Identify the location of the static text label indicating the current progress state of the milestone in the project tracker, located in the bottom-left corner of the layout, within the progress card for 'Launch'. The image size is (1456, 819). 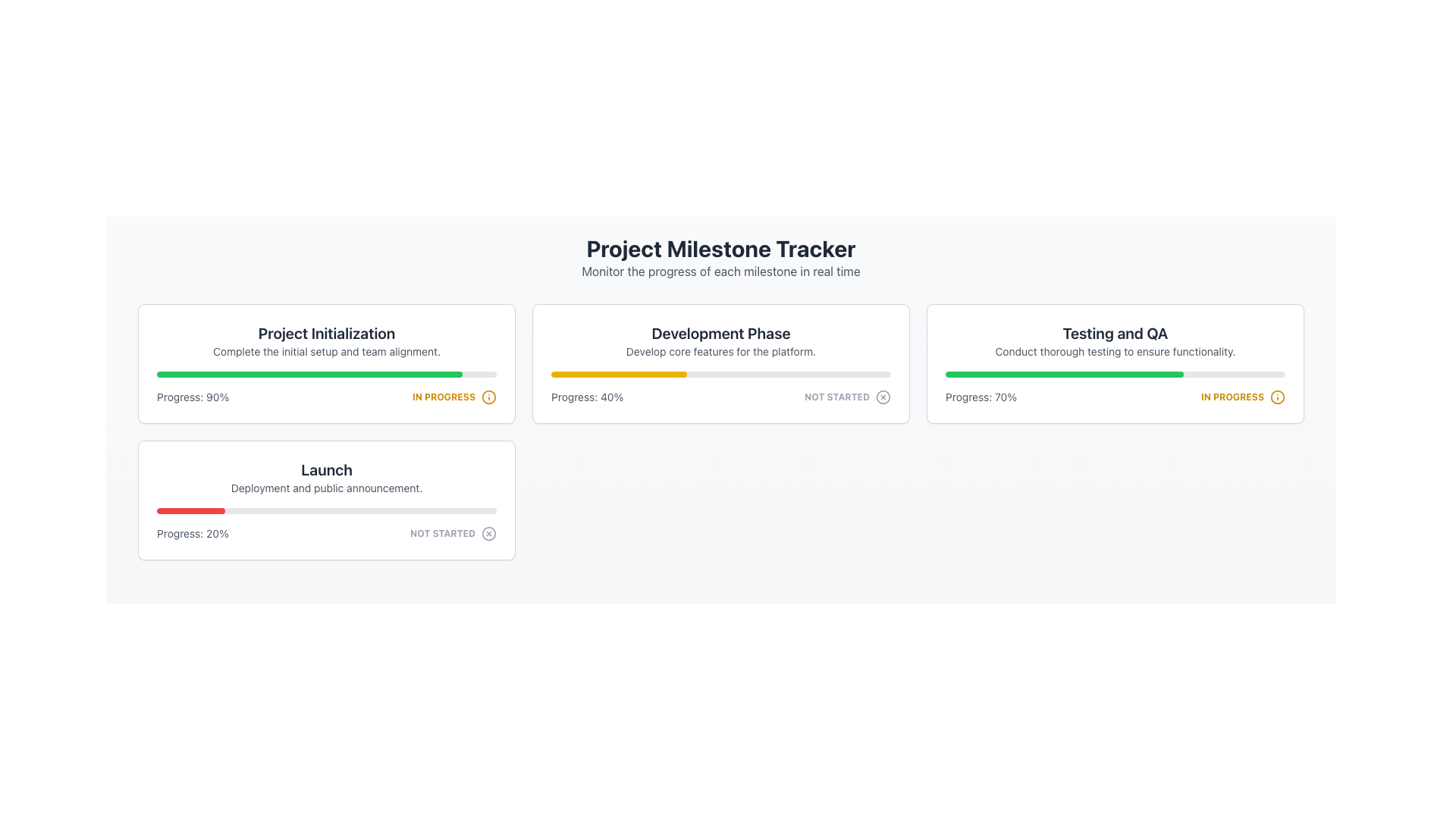
(442, 533).